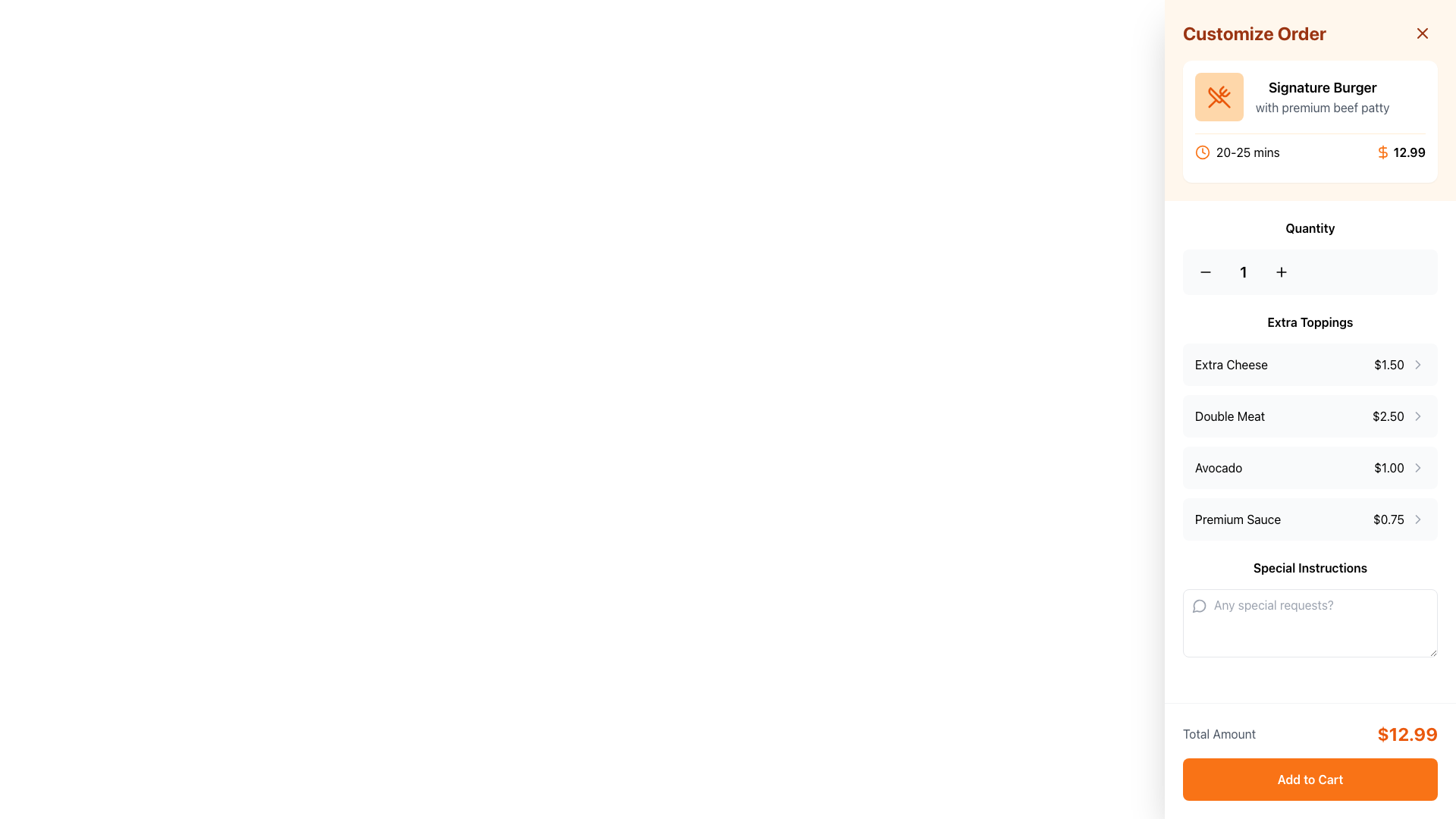 The height and width of the screenshot is (819, 1456). Describe the element at coordinates (1389, 365) in the screenshot. I see `the text label displaying '$1.50', which is part of the 'Extra Toppings' section, aligned to the right of the 'Extra Cheese' label` at that location.